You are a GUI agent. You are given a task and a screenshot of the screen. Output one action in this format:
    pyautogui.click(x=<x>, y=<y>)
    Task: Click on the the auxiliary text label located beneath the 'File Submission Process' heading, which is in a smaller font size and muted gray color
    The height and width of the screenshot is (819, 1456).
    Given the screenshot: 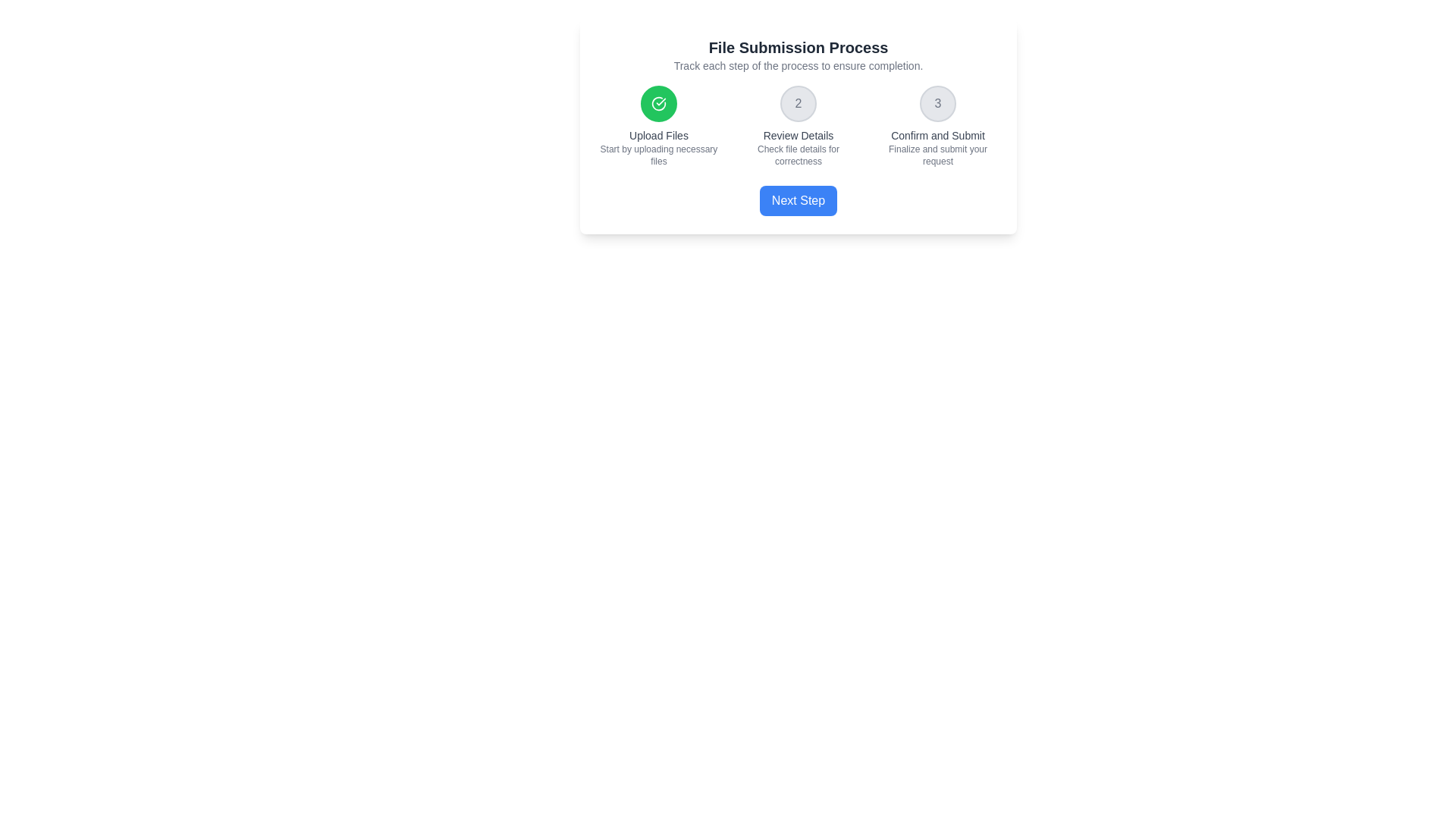 What is the action you would take?
    pyautogui.click(x=797, y=65)
    